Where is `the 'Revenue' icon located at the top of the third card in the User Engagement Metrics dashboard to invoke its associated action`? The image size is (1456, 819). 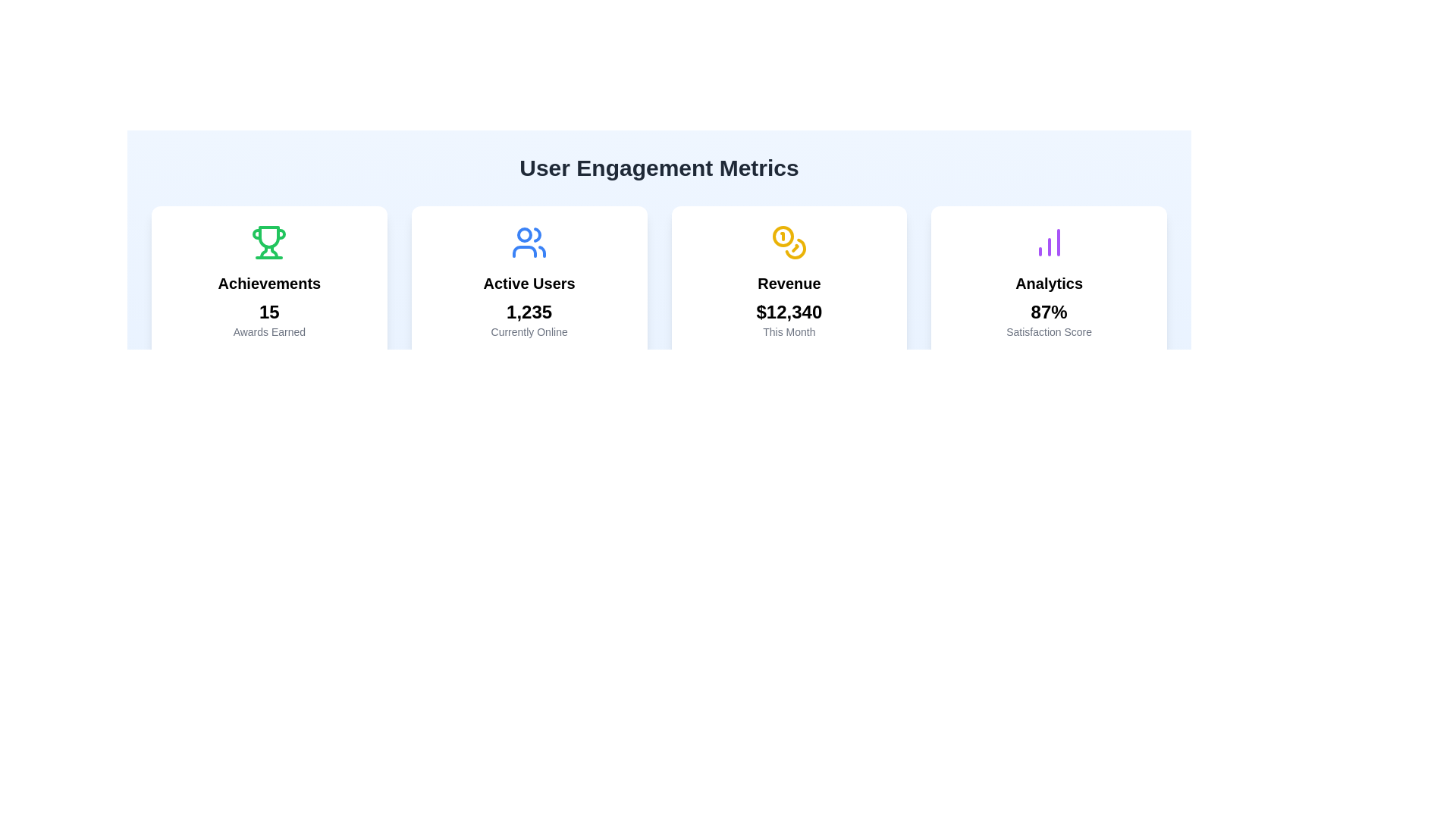
the 'Revenue' icon located at the top of the third card in the User Engagement Metrics dashboard to invoke its associated action is located at coordinates (789, 242).